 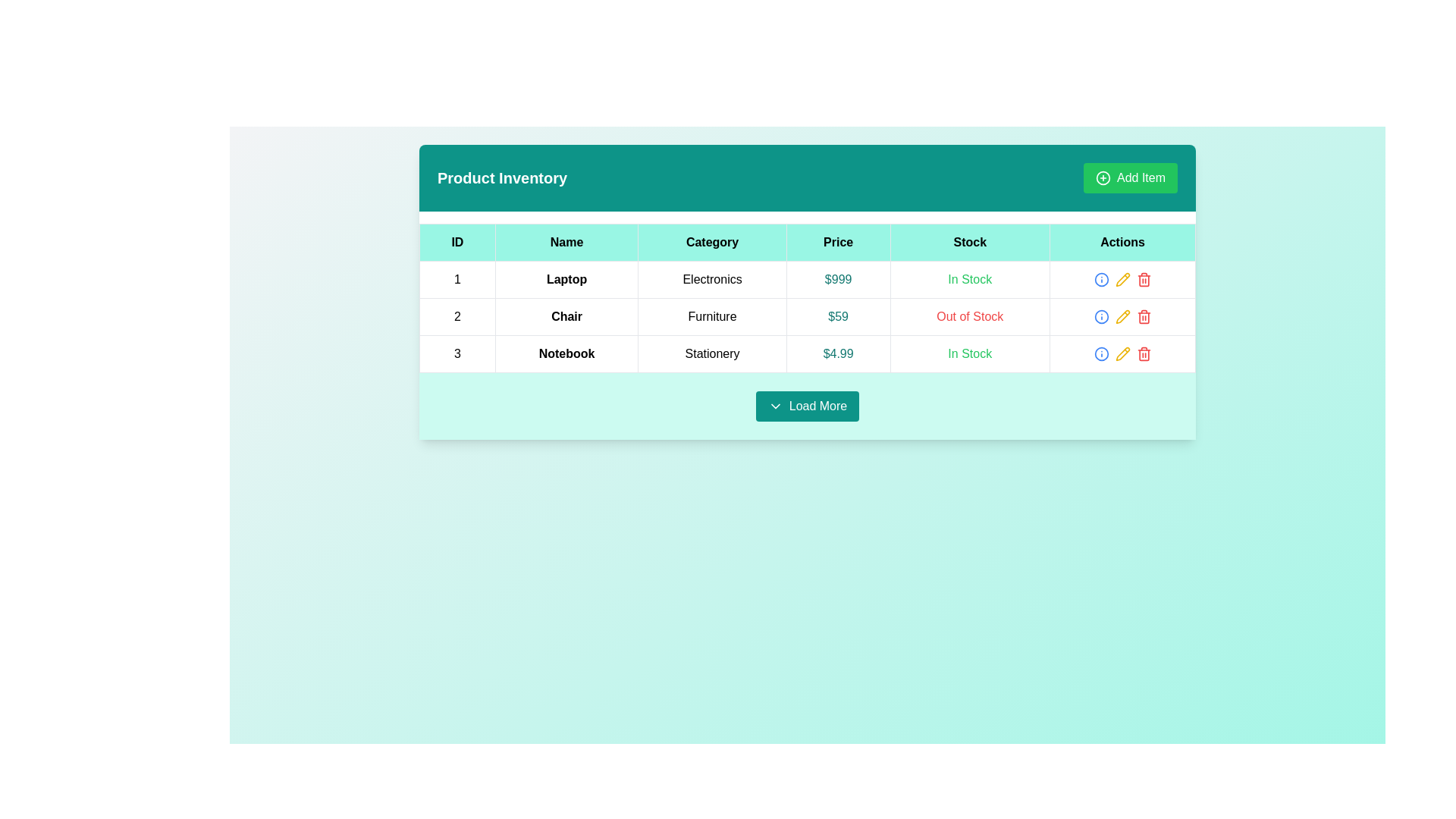 I want to click on the yellow pencil icon in the 'Actions' column of the table for the 'Notebook' item to observe the styling changes, so click(x=1122, y=353).